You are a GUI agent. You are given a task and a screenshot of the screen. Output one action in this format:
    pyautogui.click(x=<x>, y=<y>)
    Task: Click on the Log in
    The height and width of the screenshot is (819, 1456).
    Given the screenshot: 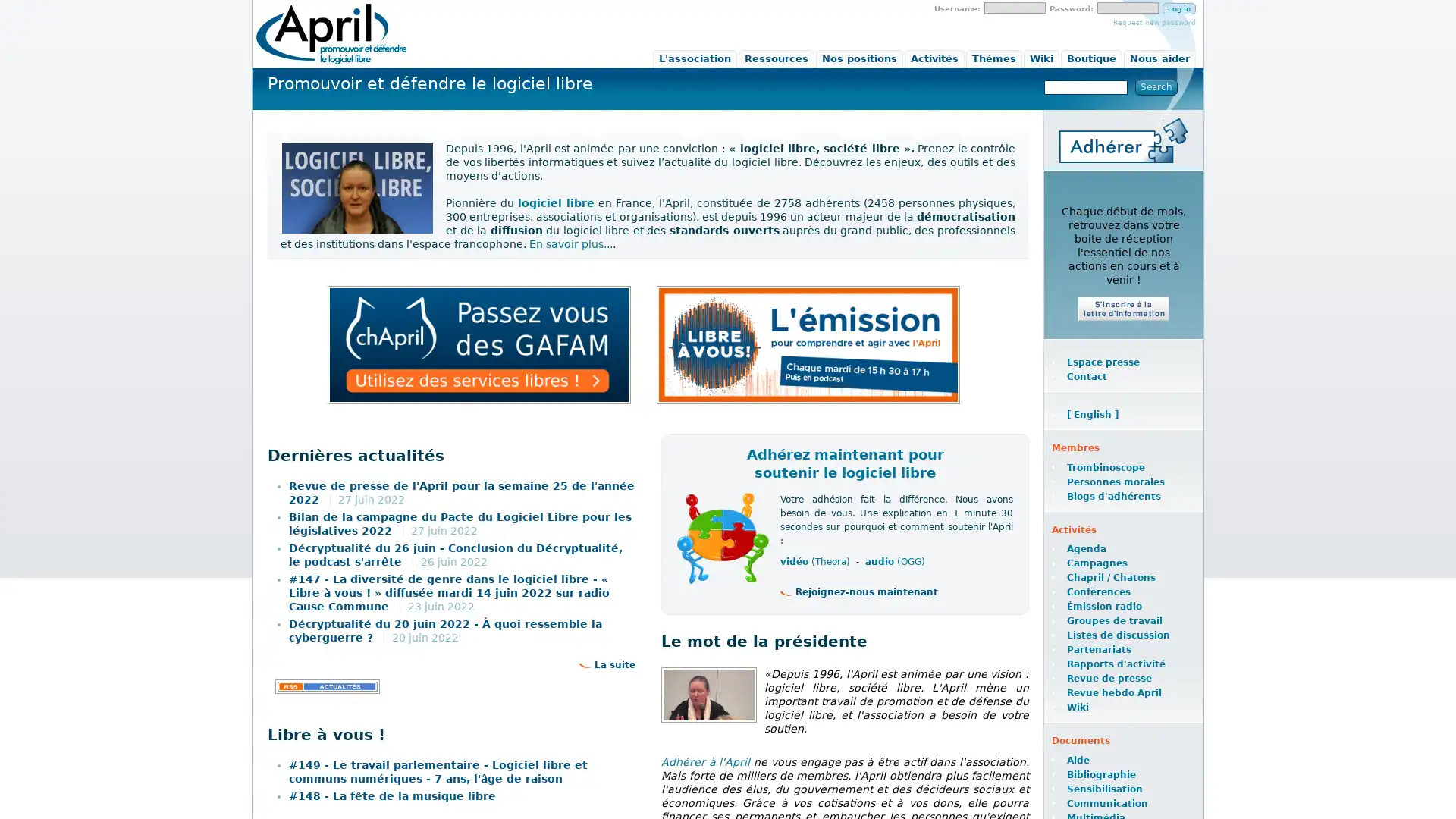 What is the action you would take?
    pyautogui.click(x=1178, y=8)
    